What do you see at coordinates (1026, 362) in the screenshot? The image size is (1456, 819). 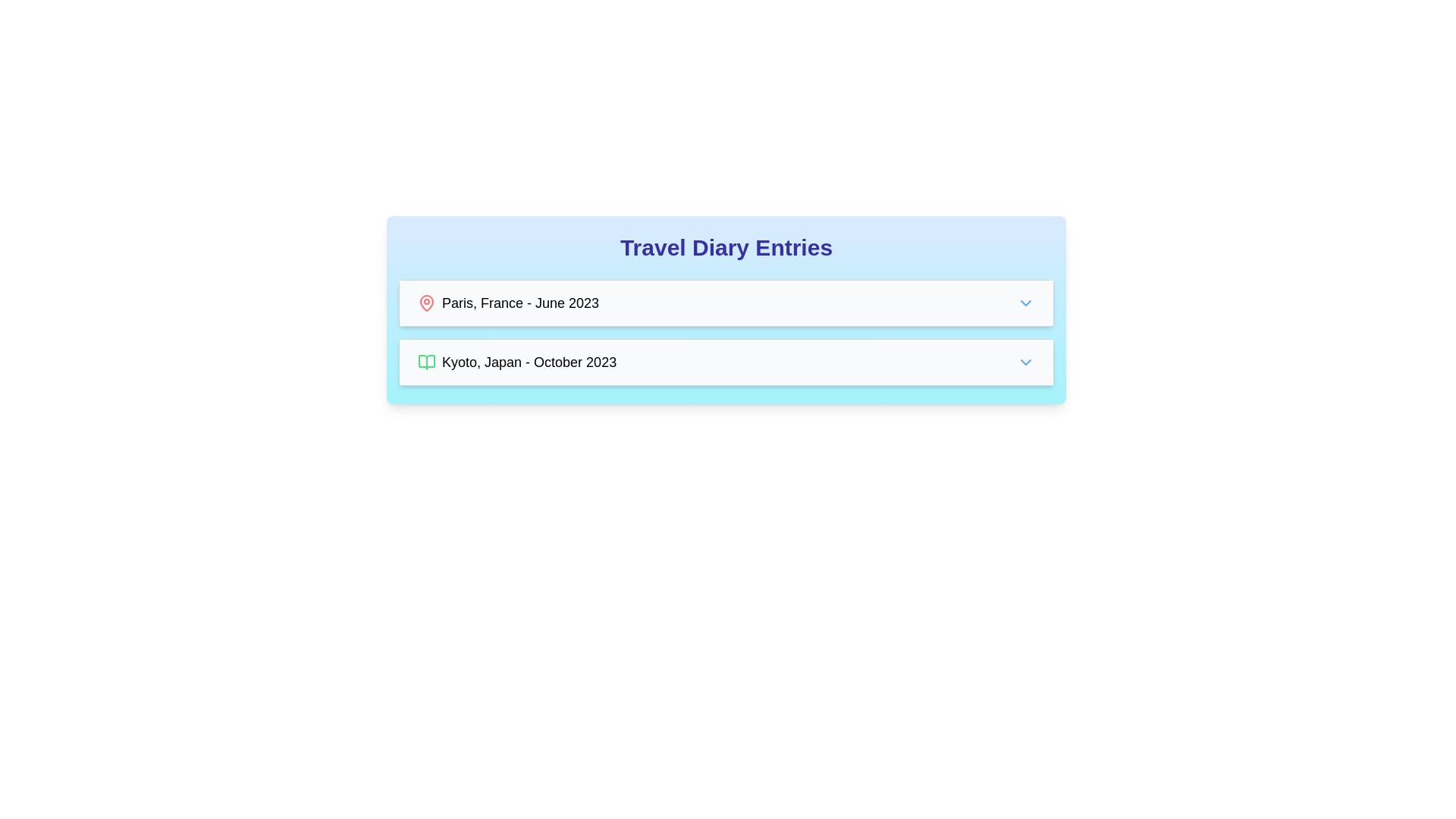 I see `the chevron icon located at the far right of the 'Kyoto, Japan - October 2023' entry row` at bounding box center [1026, 362].